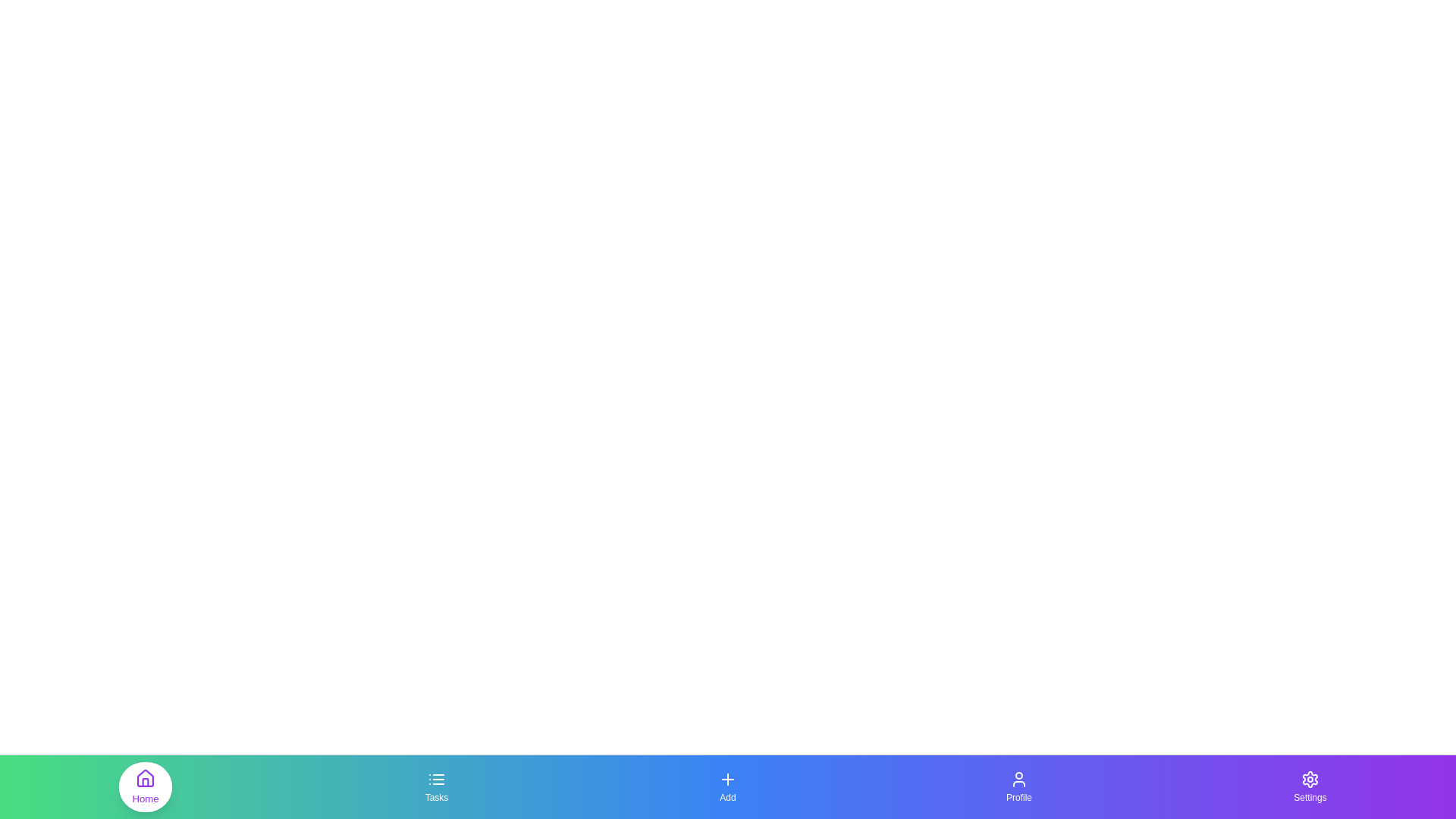  Describe the element at coordinates (1019, 797) in the screenshot. I see `the text label Profile under the respective icon in the bottom navigation` at that location.